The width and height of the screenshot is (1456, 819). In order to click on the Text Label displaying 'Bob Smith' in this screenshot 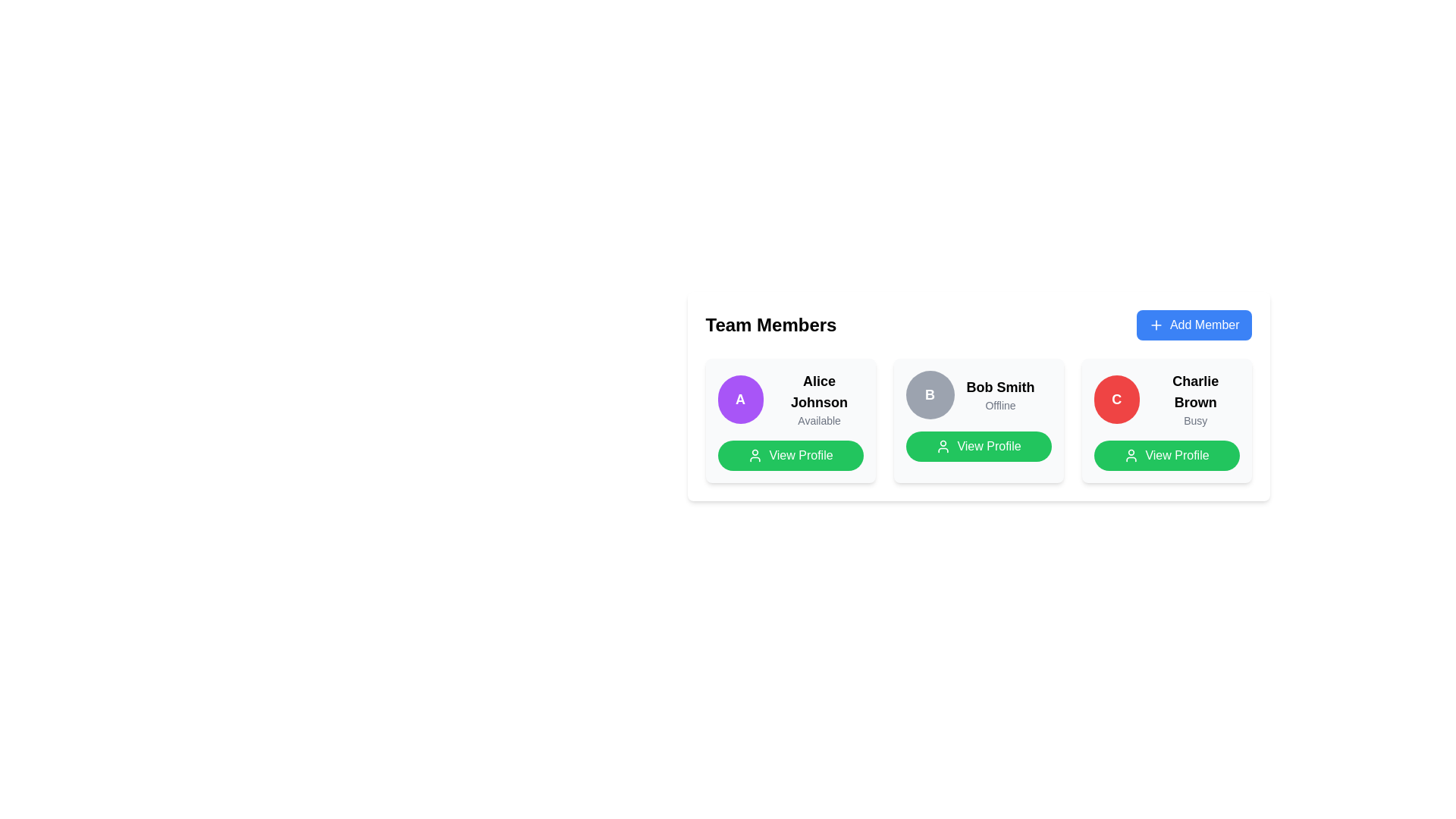, I will do `click(1000, 386)`.